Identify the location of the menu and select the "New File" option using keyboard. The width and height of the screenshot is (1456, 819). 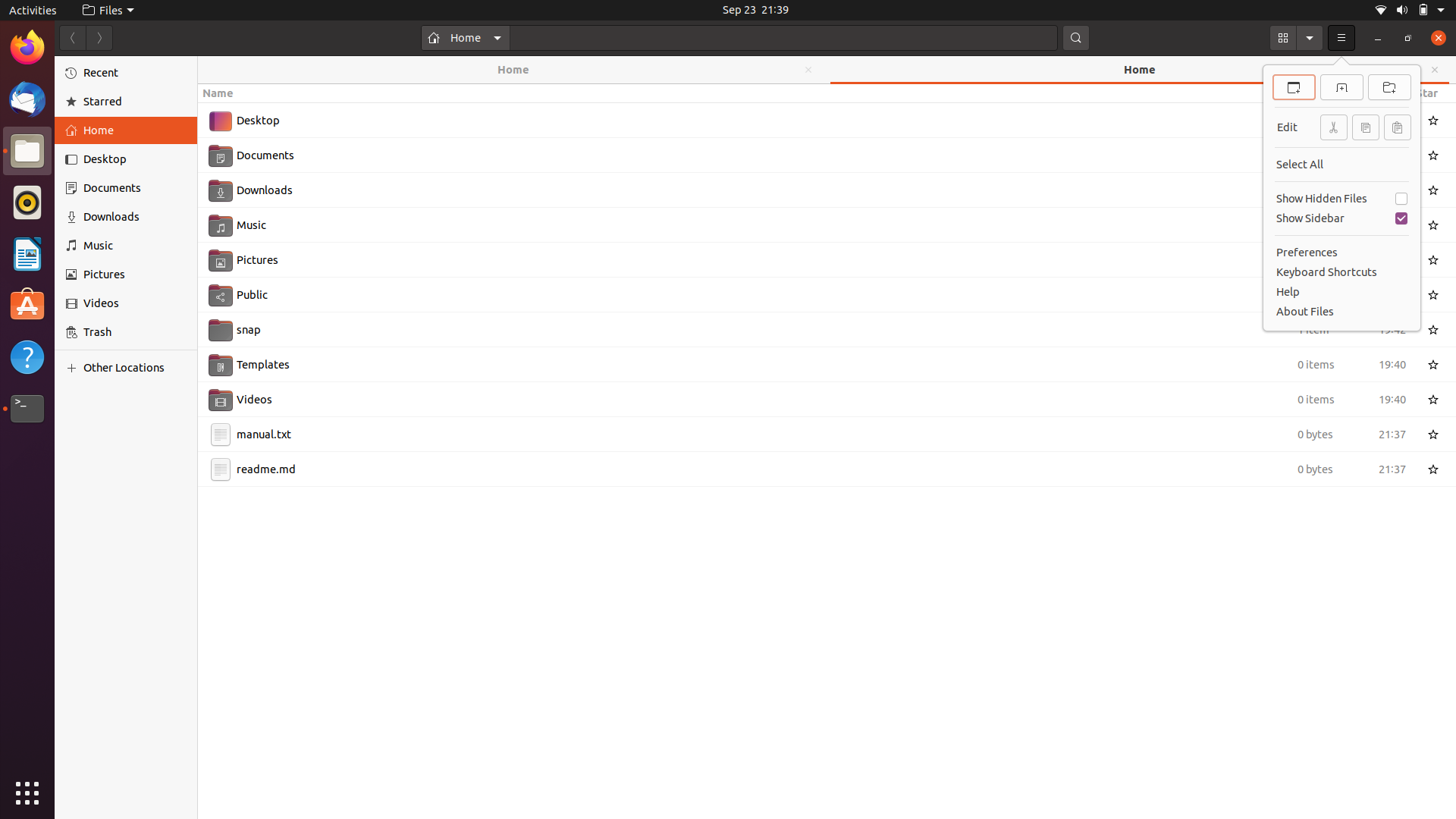
(1341, 37).